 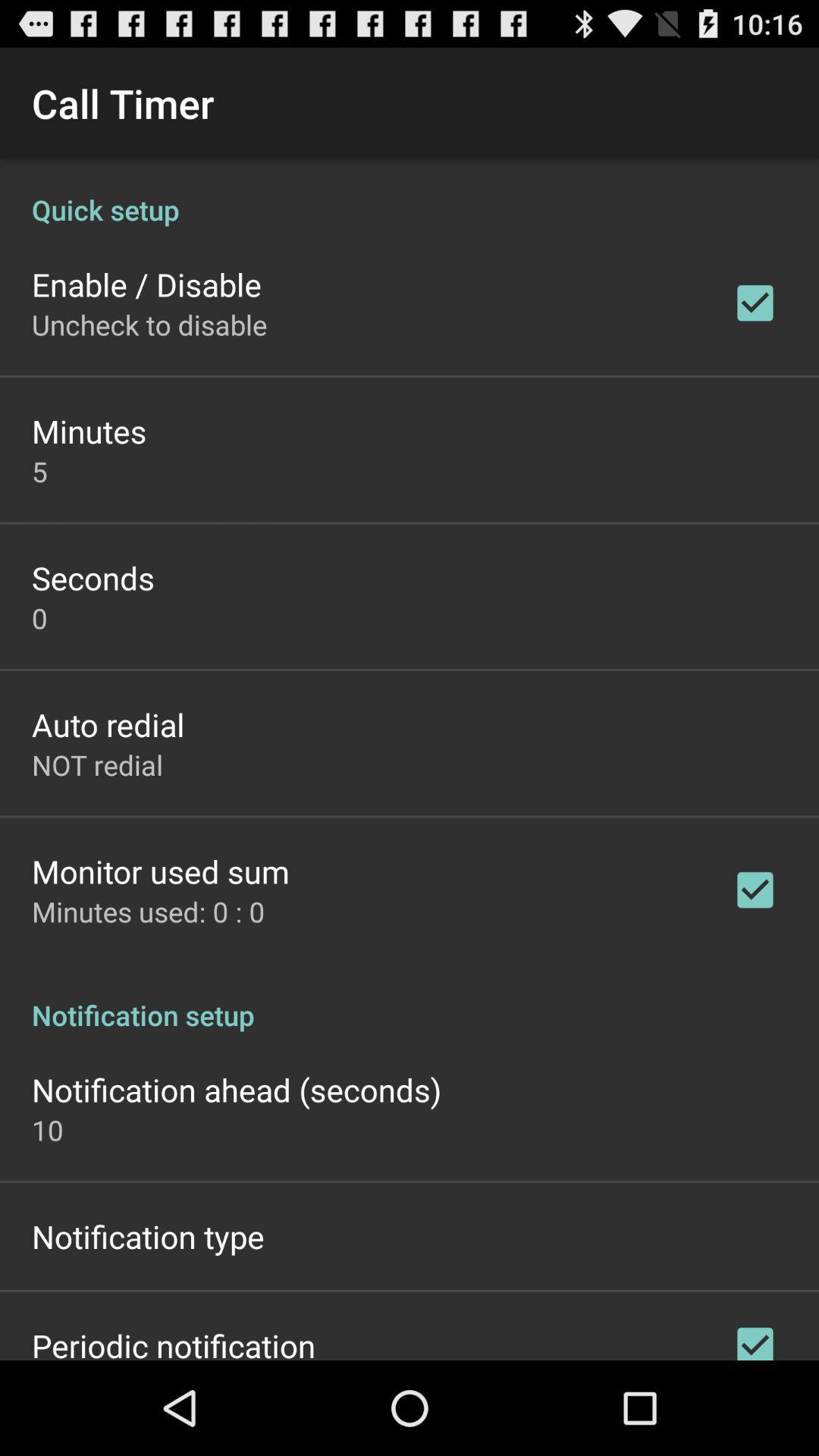 I want to click on the notification setup at the bottom, so click(x=409, y=999).